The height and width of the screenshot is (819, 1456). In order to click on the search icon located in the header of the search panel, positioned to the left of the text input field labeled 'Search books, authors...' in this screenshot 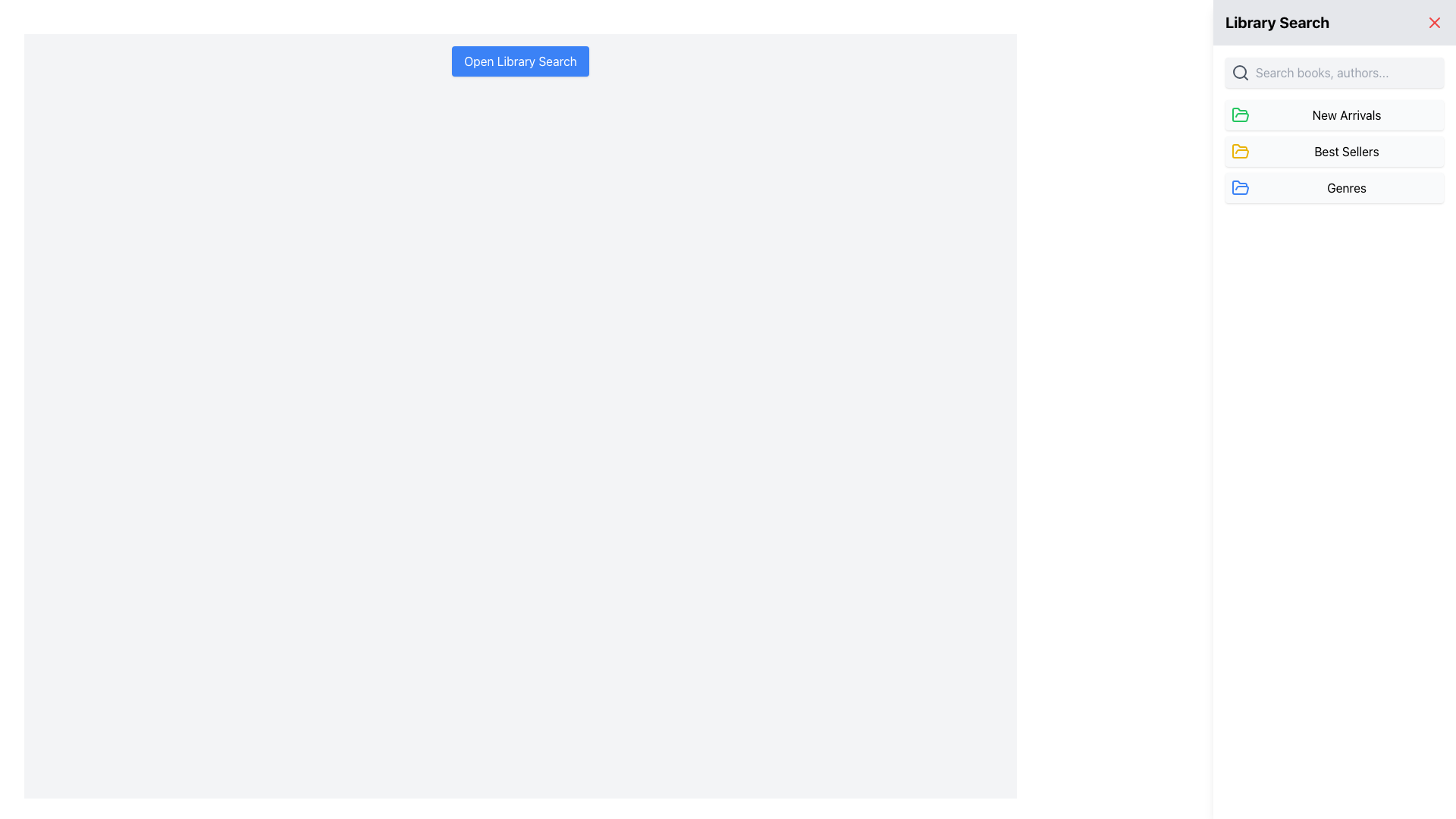, I will do `click(1241, 73)`.